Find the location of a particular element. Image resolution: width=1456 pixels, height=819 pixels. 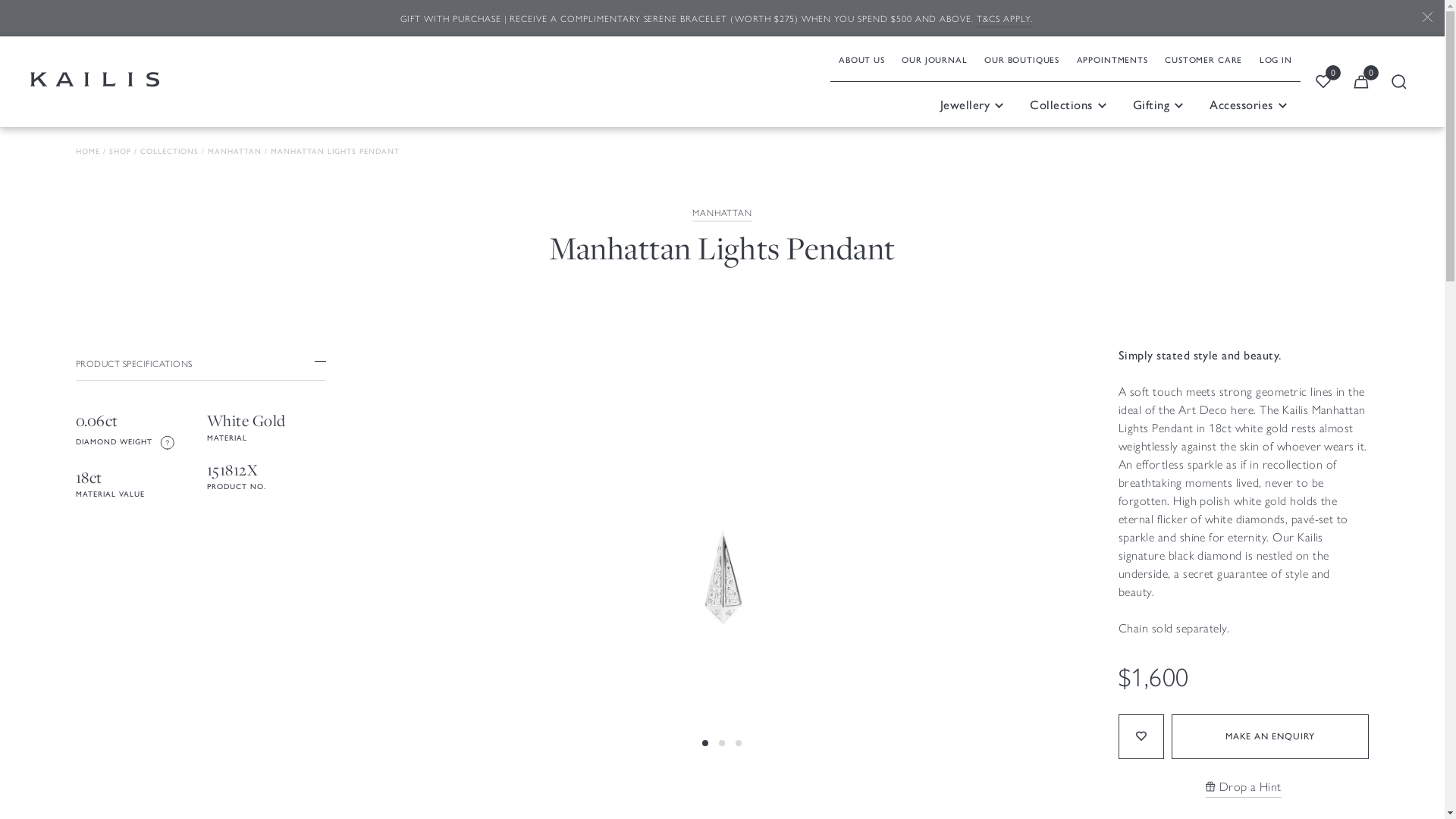

'Jewellery' is located at coordinates (971, 104).